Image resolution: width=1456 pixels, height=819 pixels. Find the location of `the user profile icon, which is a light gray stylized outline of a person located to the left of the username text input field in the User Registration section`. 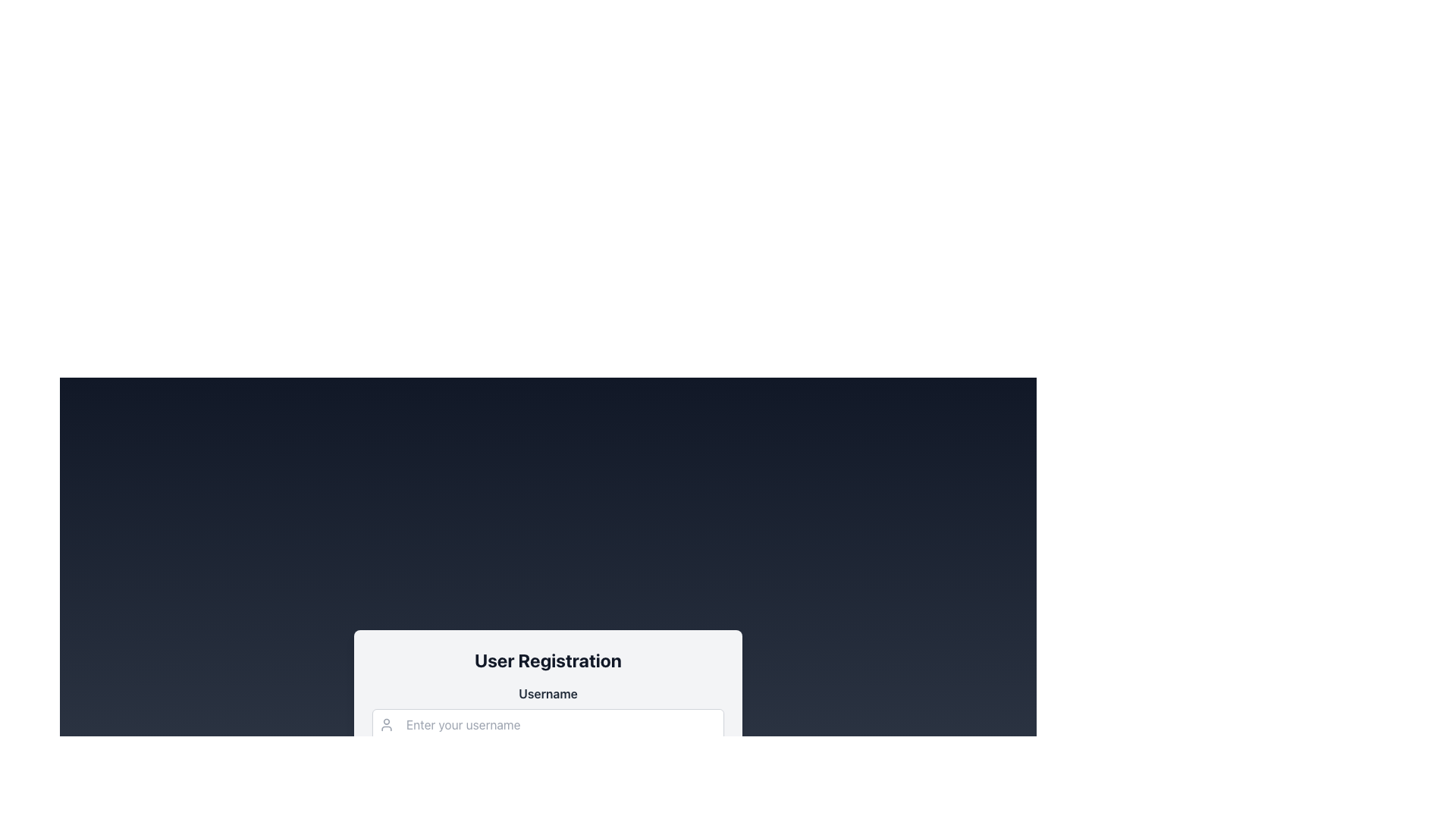

the user profile icon, which is a light gray stylized outline of a person located to the left of the username text input field in the User Registration section is located at coordinates (386, 724).